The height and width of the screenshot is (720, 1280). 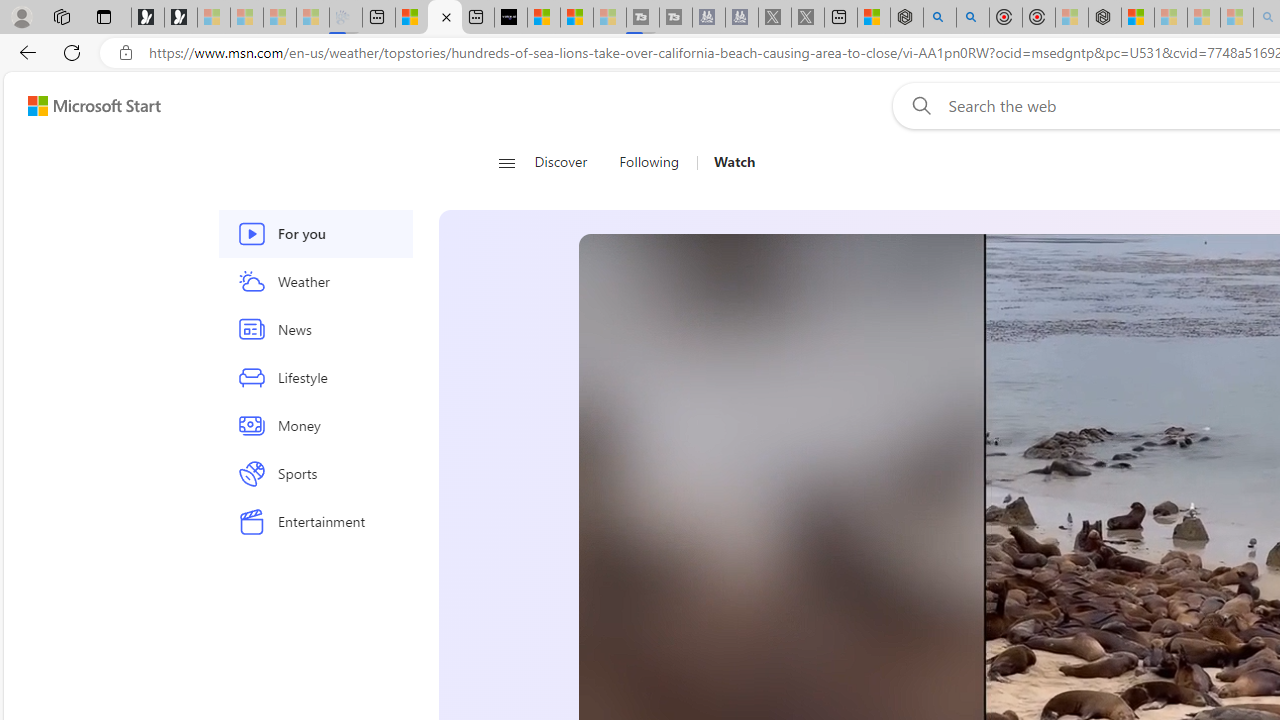 I want to click on 'Web search', so click(x=916, y=105).